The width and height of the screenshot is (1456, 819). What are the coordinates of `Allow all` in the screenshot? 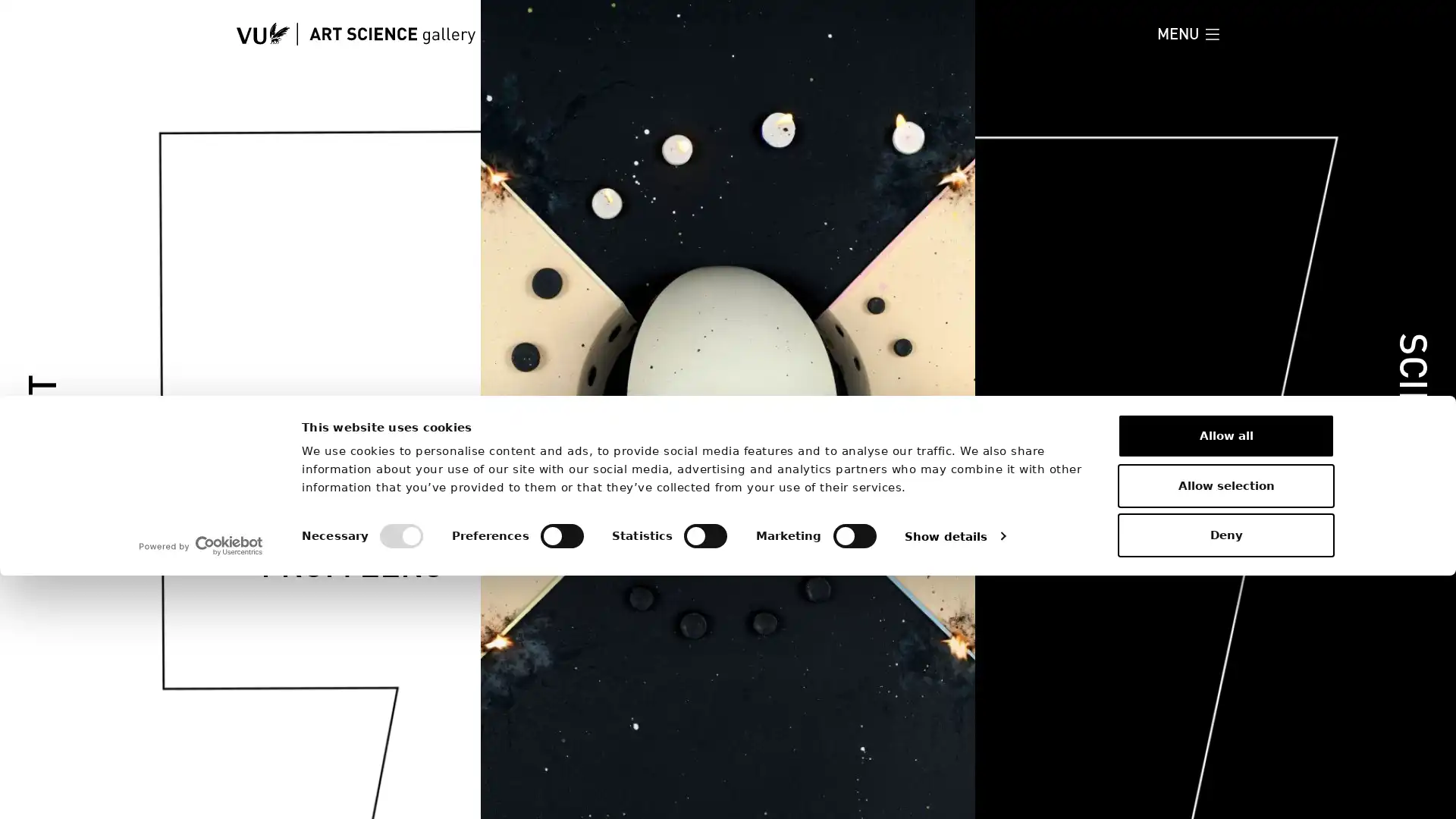 It's located at (1226, 678).